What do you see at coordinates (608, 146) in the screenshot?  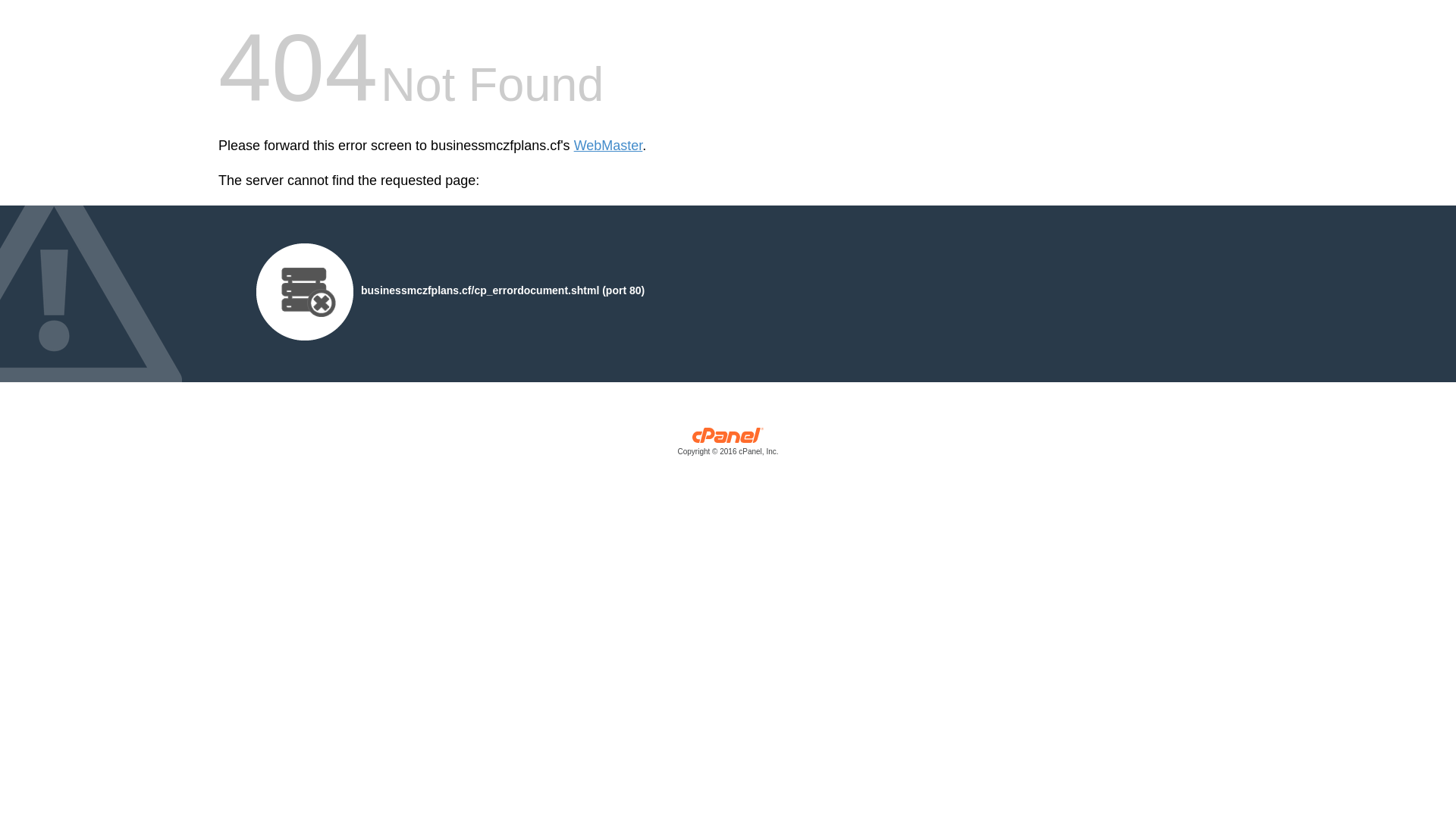 I see `'WebMaster'` at bounding box center [608, 146].